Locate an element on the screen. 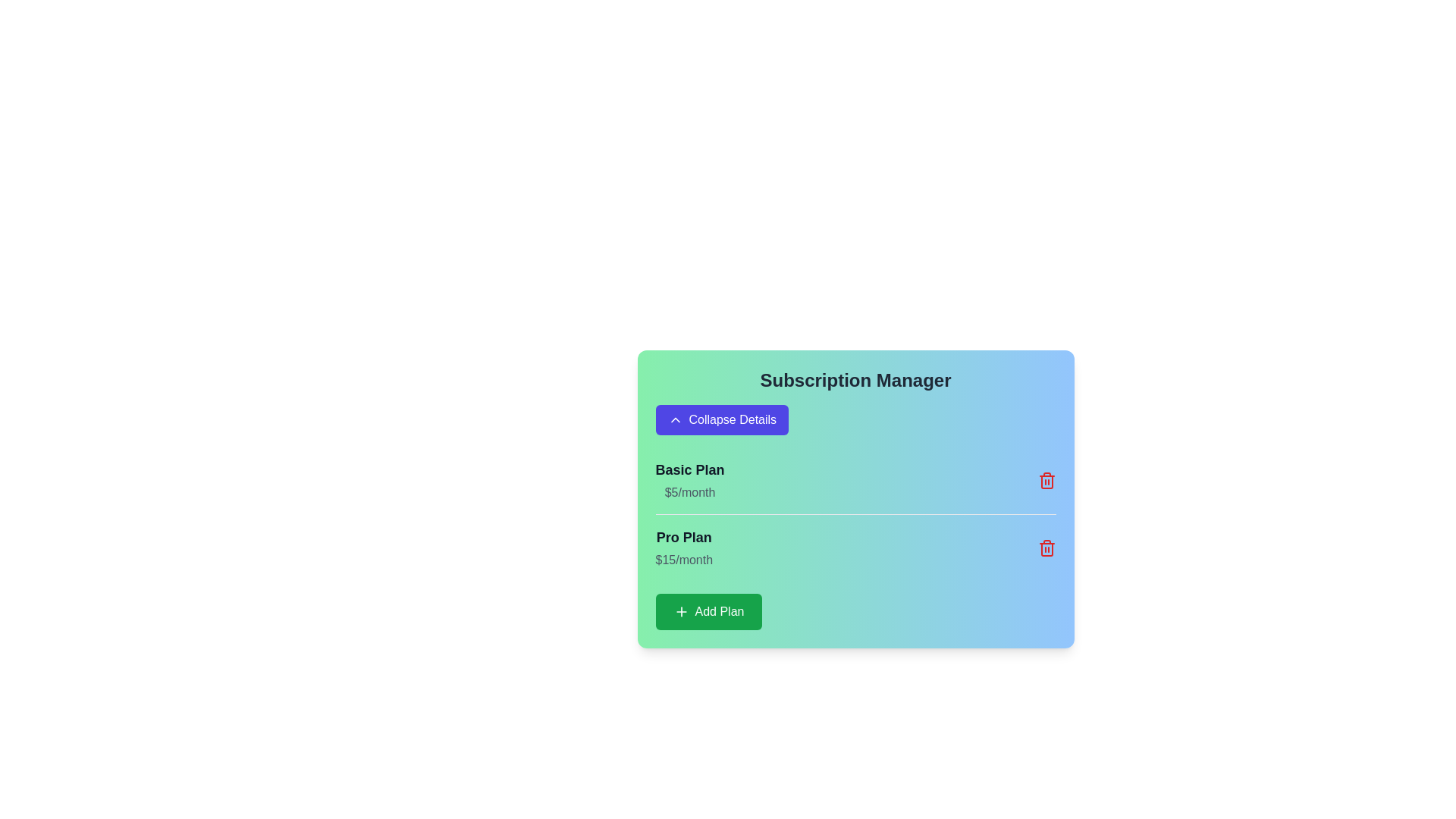  the 'Add Plan' button located at the bottom-left of the subscription manager interface, which contains a green plus (+) icon with rounded edges is located at coordinates (680, 610).